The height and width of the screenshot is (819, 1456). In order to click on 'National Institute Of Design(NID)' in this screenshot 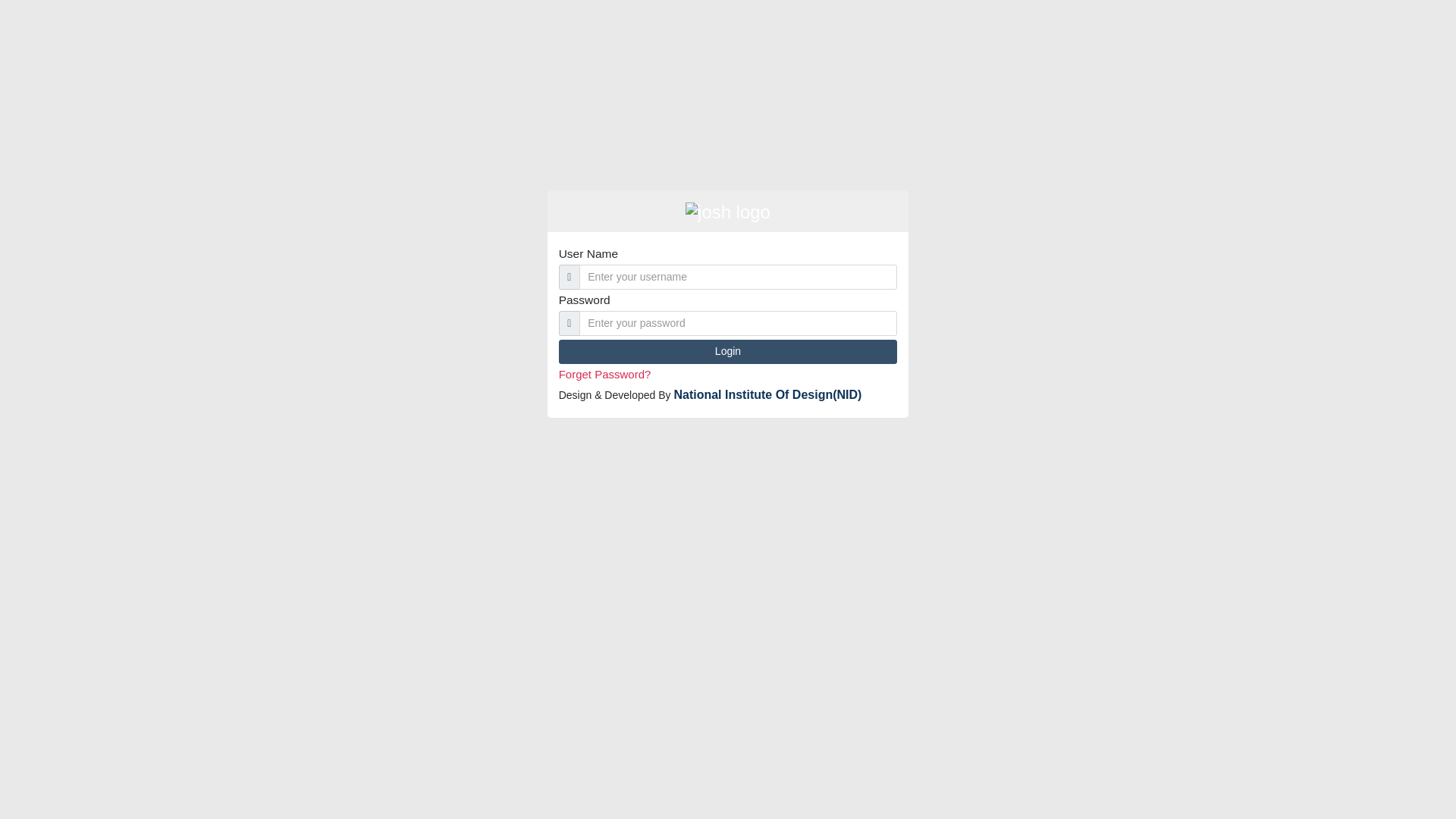, I will do `click(767, 394)`.